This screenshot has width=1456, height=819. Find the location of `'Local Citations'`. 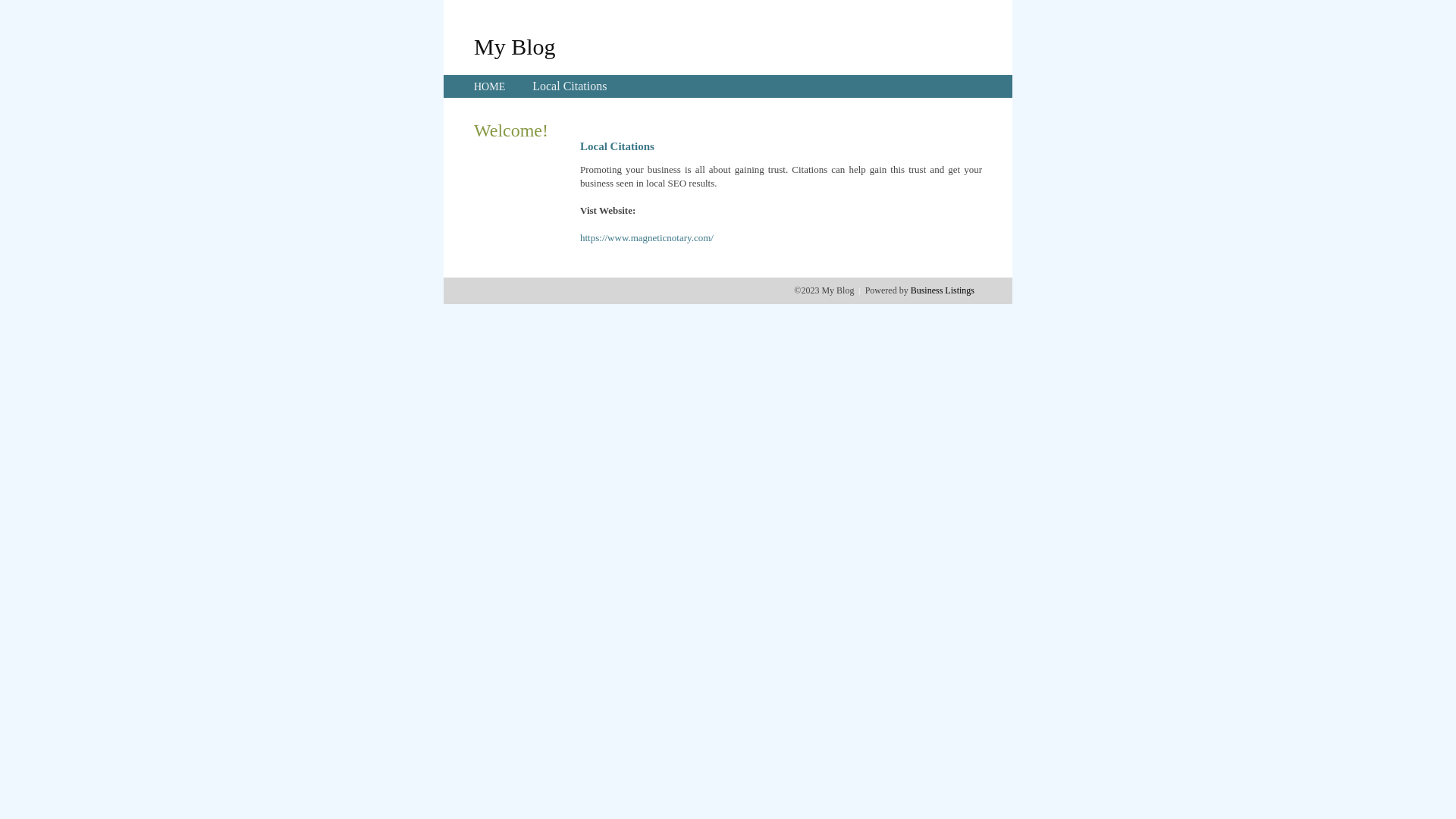

'Local Citations' is located at coordinates (568, 86).